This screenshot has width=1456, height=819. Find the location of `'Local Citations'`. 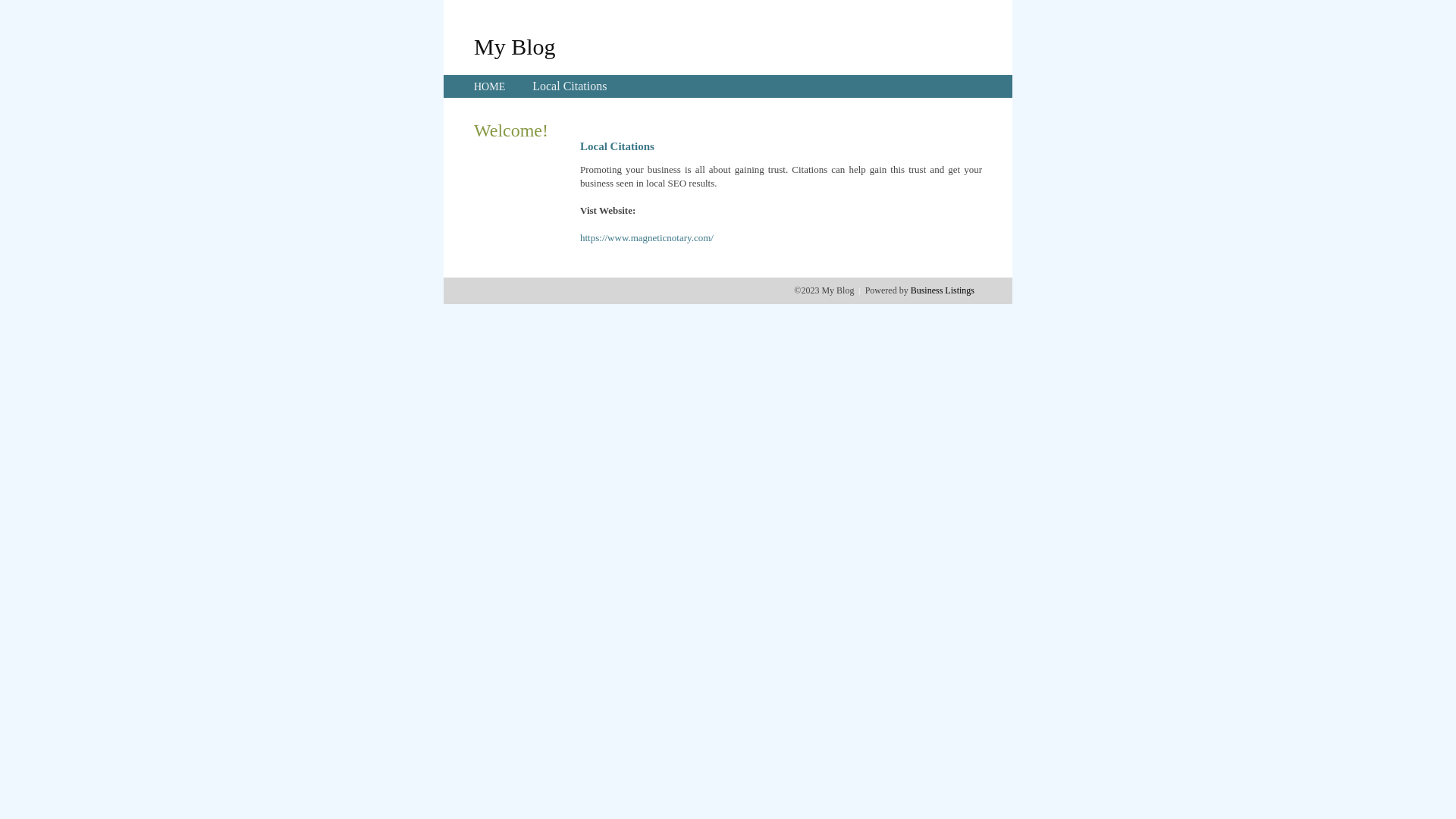

'Local Citations' is located at coordinates (568, 86).